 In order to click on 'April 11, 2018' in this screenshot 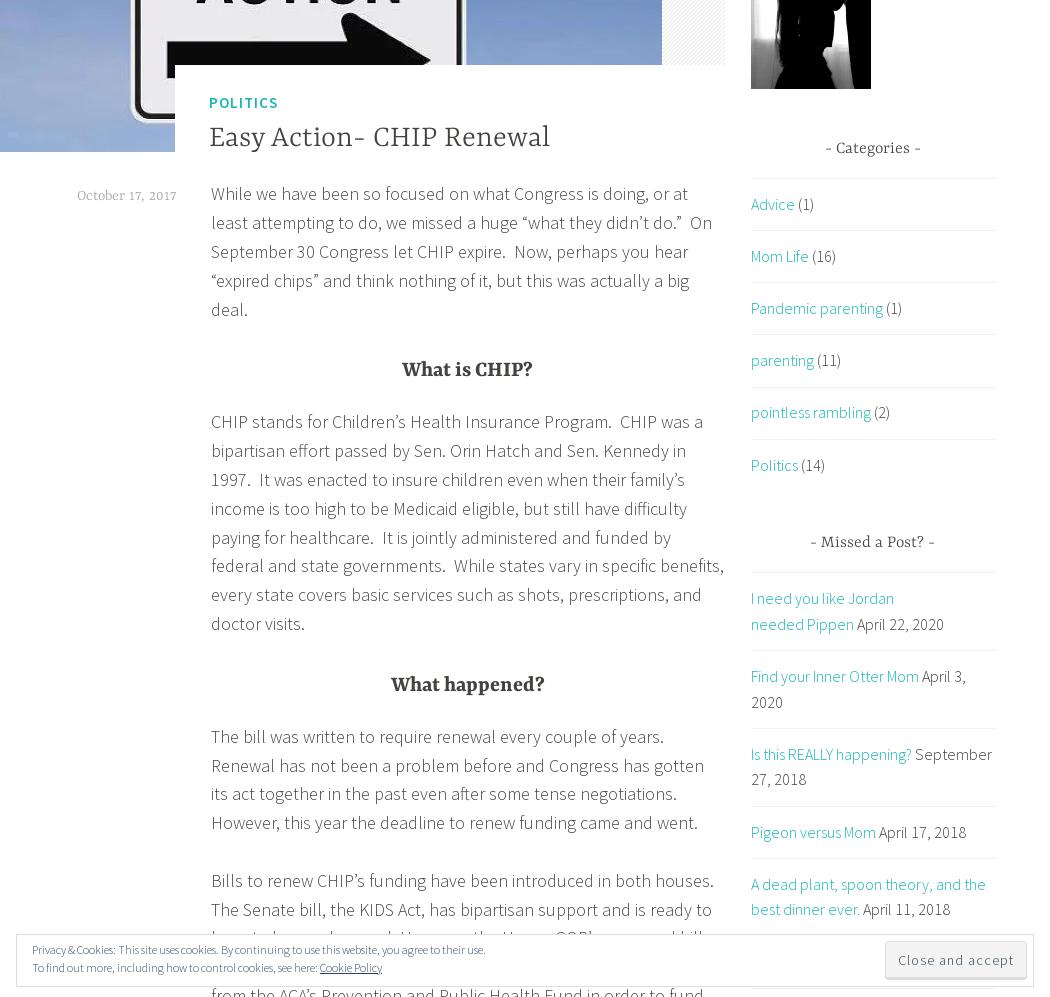, I will do `click(862, 908)`.